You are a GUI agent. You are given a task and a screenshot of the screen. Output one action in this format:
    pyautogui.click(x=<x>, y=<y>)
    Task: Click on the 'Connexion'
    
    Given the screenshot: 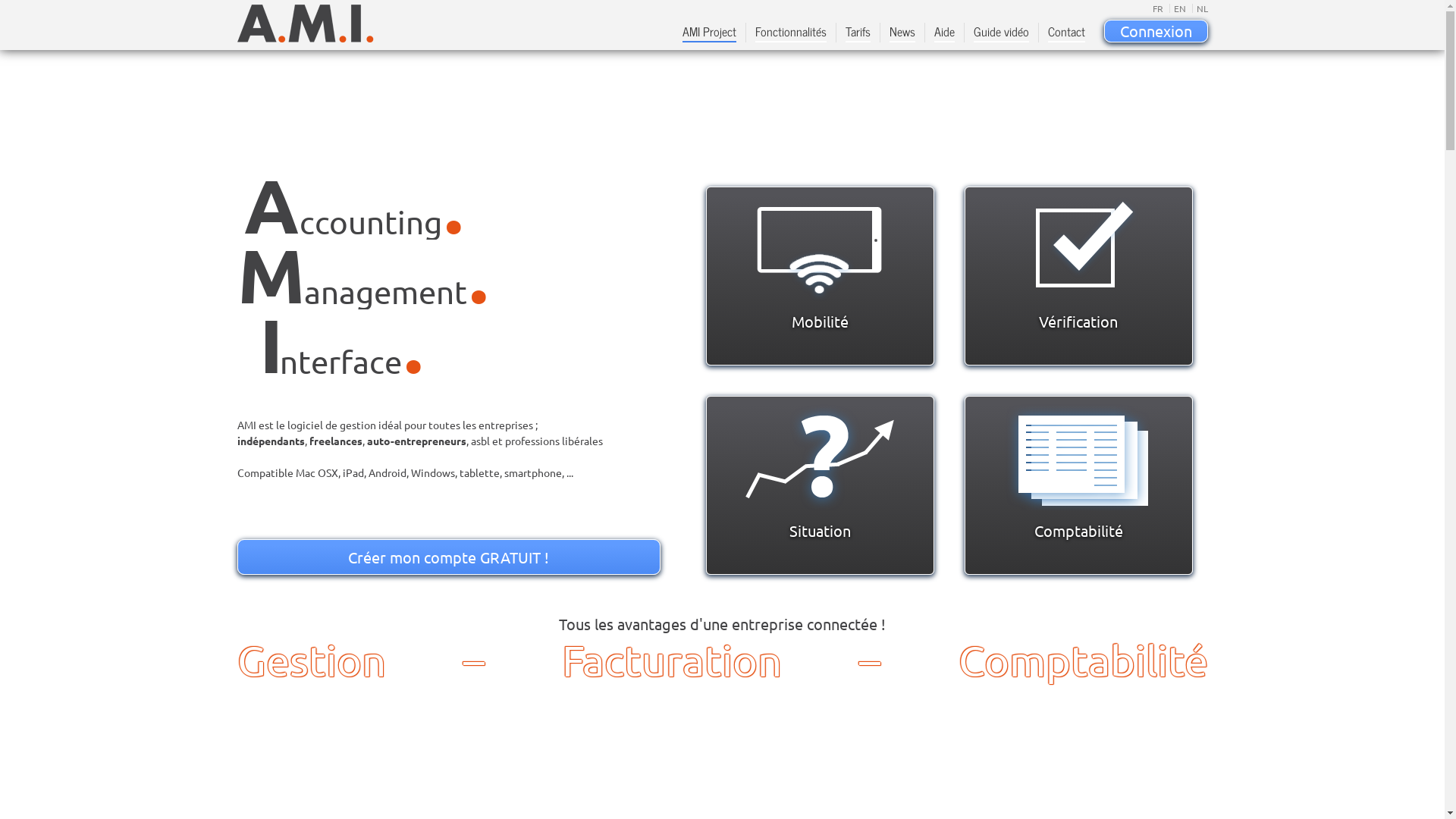 What is the action you would take?
    pyautogui.click(x=1155, y=31)
    